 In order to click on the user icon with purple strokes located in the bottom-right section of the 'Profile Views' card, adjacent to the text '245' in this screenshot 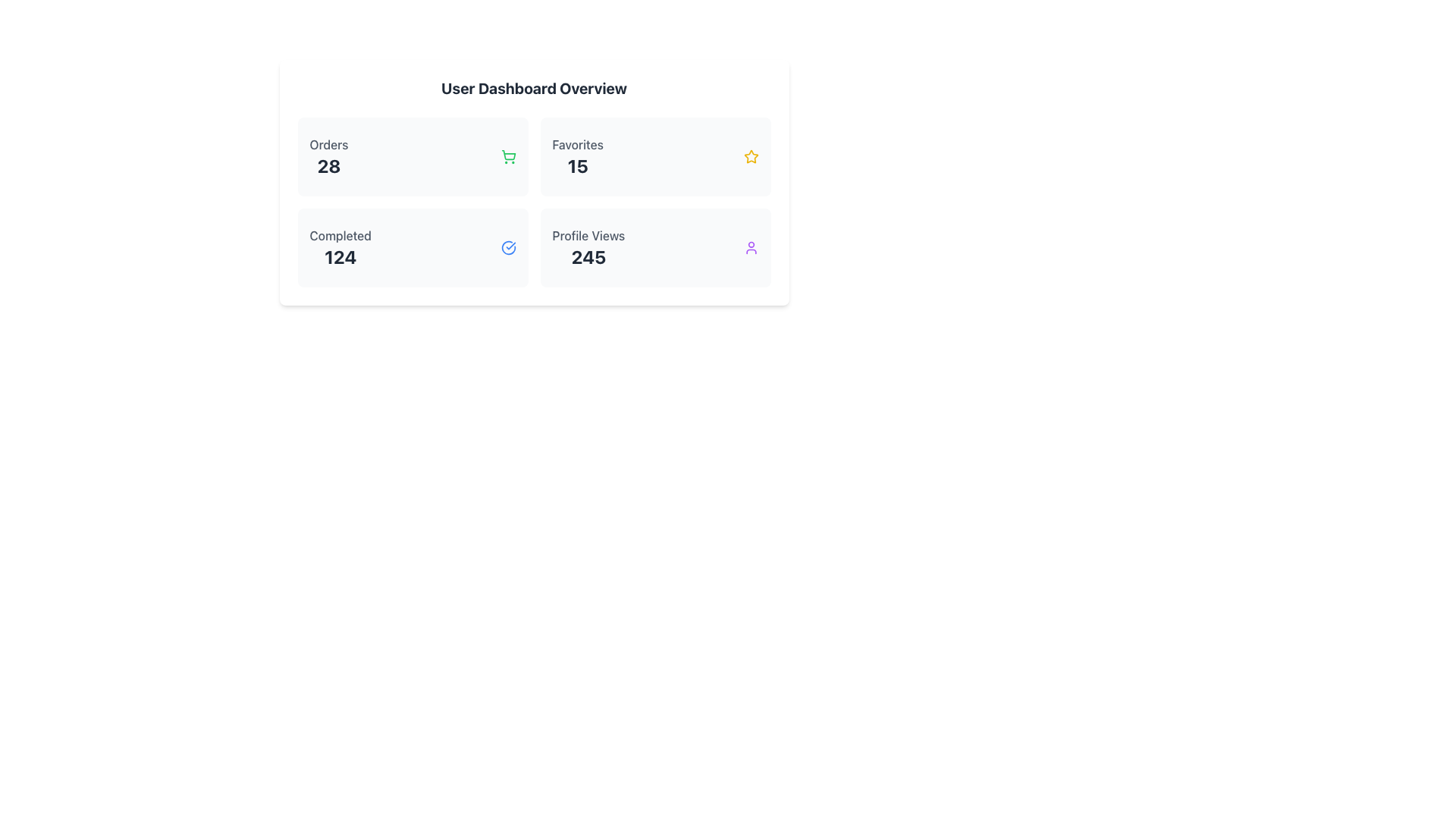, I will do `click(751, 247)`.